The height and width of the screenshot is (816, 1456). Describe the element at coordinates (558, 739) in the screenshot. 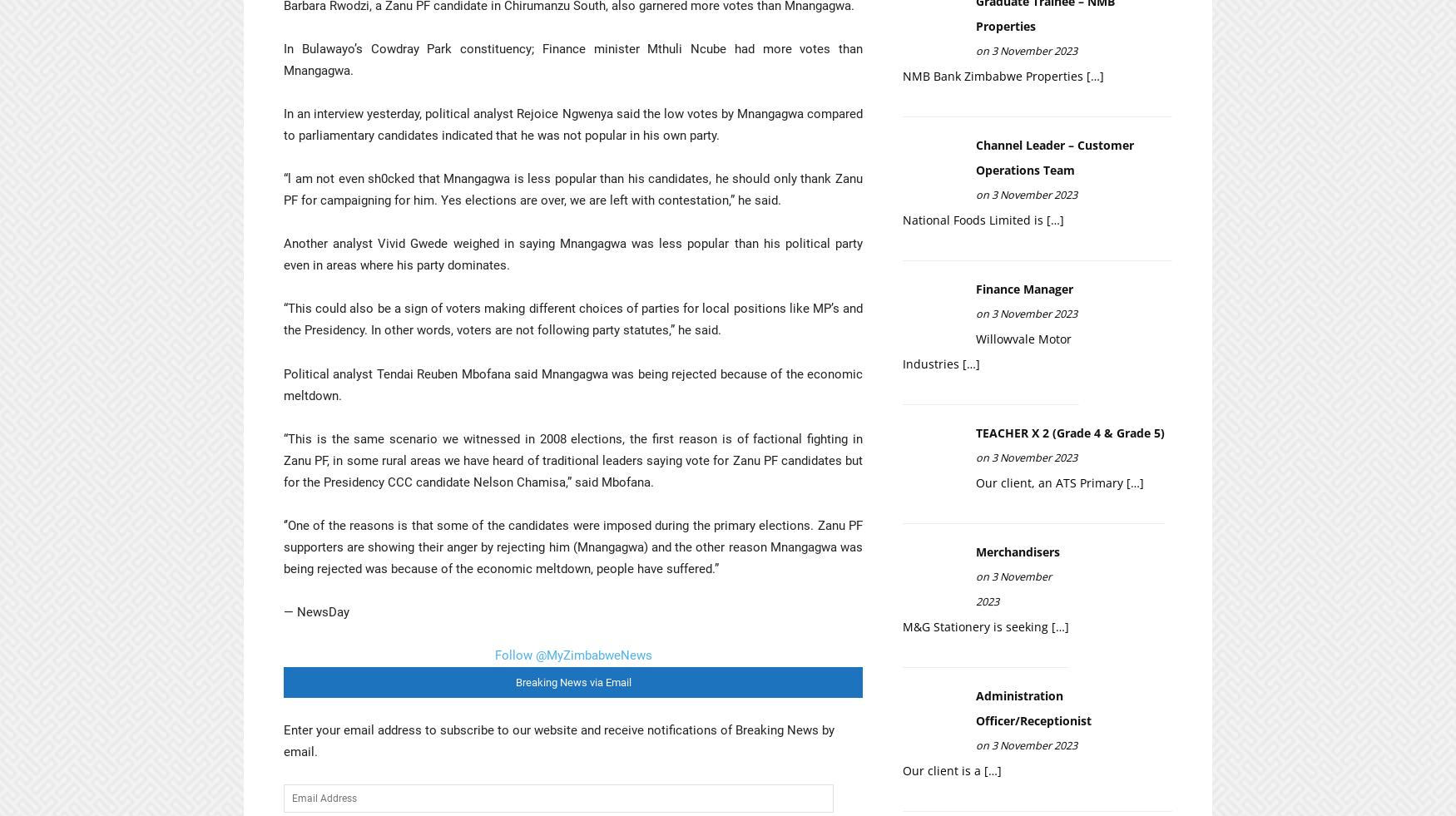

I see `'Enter your email address to subscribe to our website and receive notifications of Breaking News by email.'` at that location.